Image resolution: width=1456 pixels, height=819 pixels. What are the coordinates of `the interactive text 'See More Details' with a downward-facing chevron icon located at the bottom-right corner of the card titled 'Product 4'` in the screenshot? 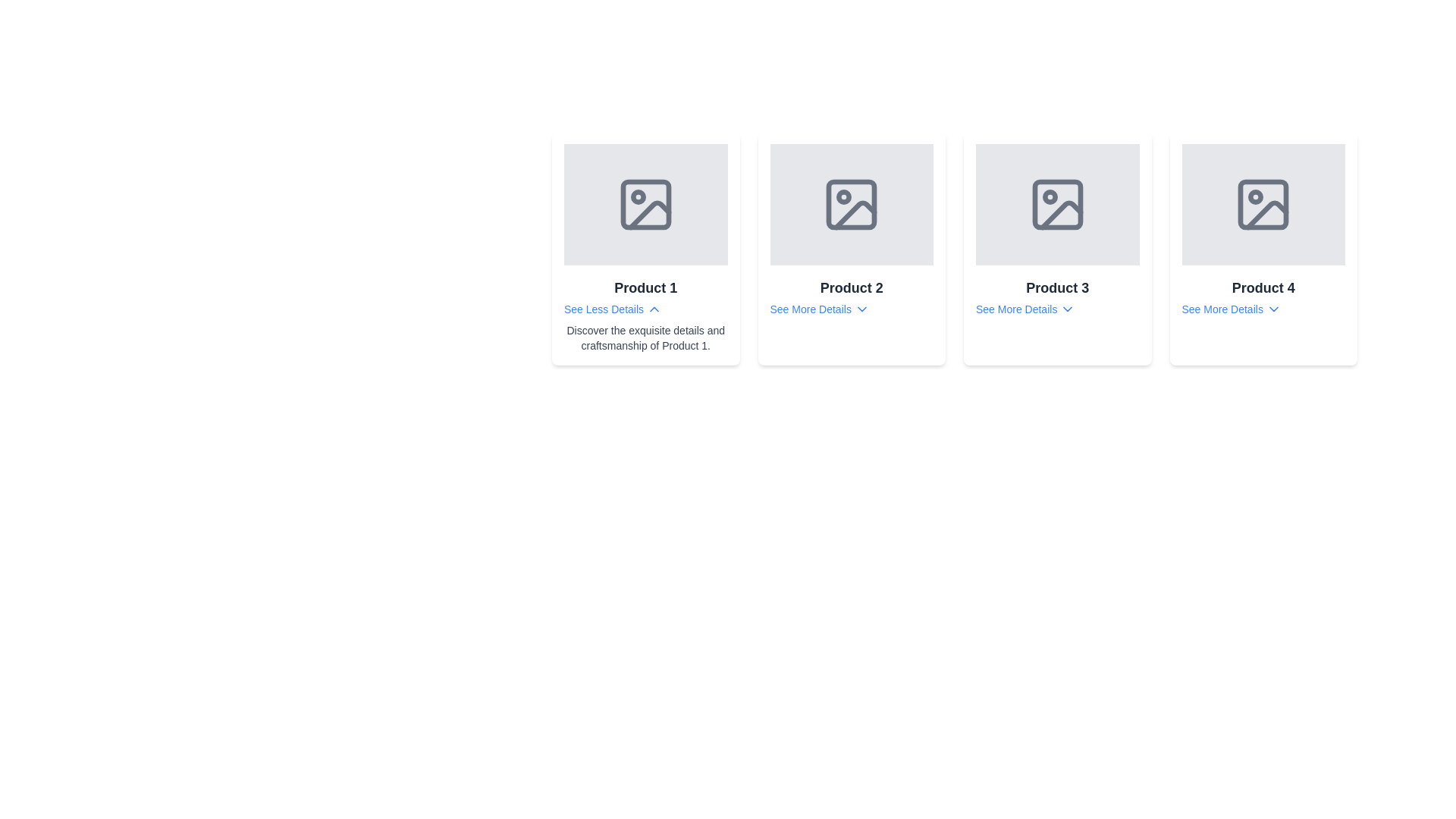 It's located at (1232, 309).